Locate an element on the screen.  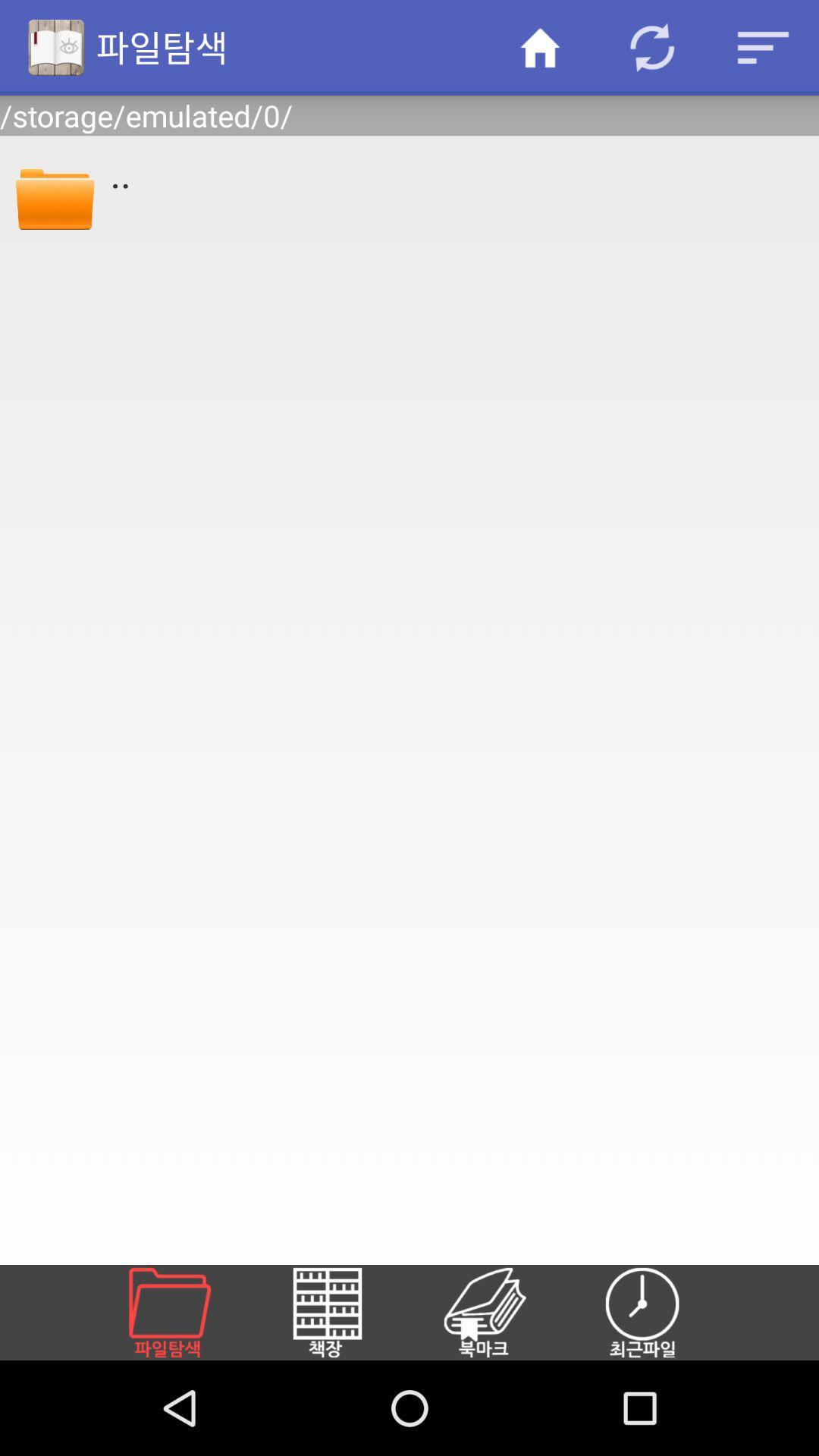
the icon below .. item is located at coordinates (503, 1312).